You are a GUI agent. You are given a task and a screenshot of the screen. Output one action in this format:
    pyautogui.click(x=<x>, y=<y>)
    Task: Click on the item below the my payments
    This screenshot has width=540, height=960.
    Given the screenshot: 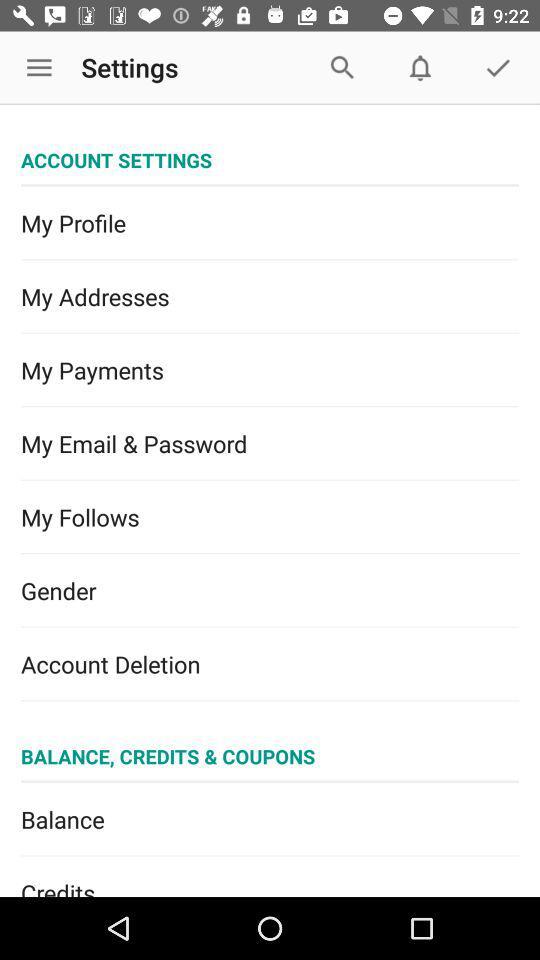 What is the action you would take?
    pyautogui.click(x=270, y=444)
    